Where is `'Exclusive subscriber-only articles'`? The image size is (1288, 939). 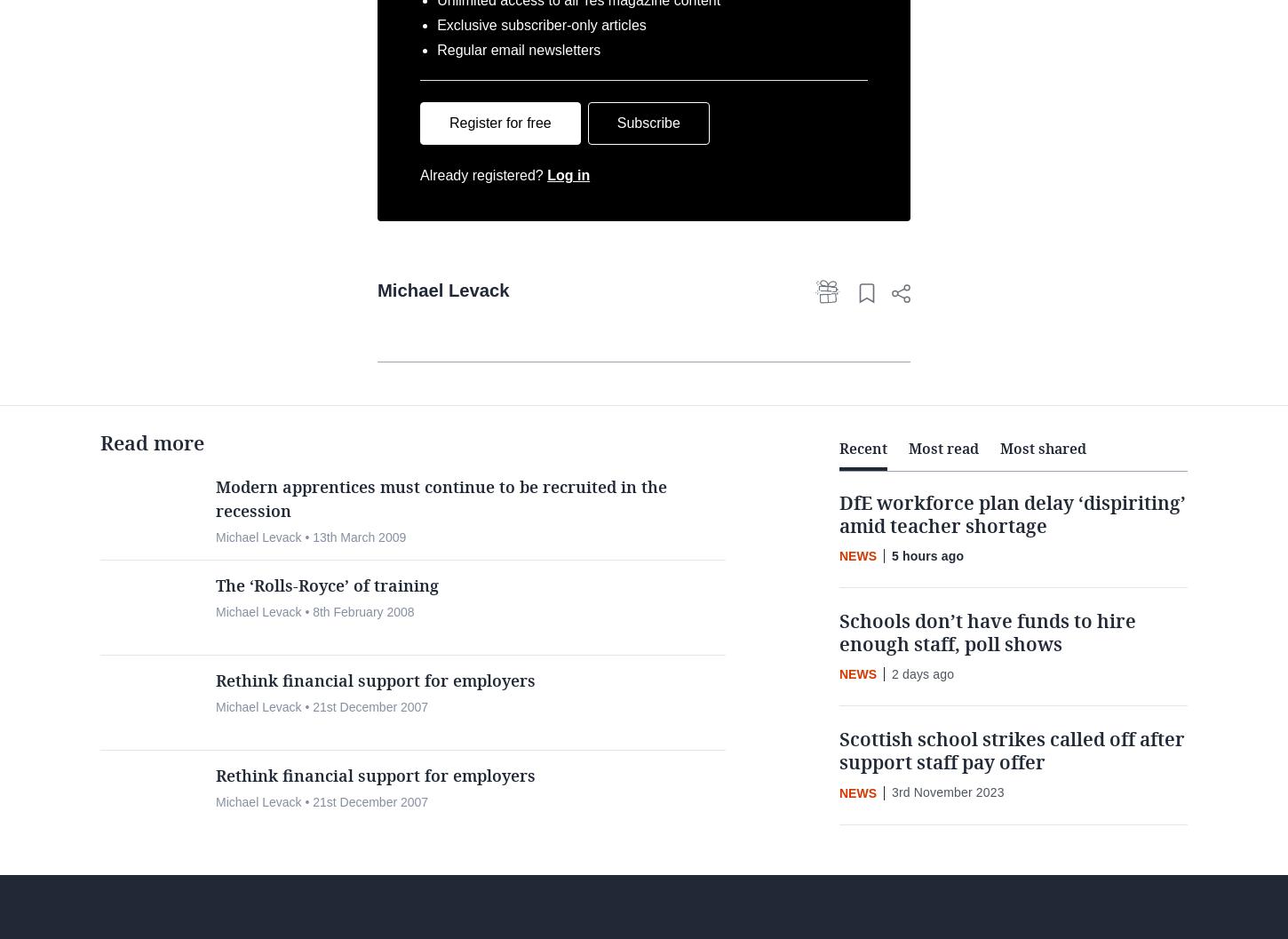
'Exclusive subscriber-only articles' is located at coordinates (543, 86).